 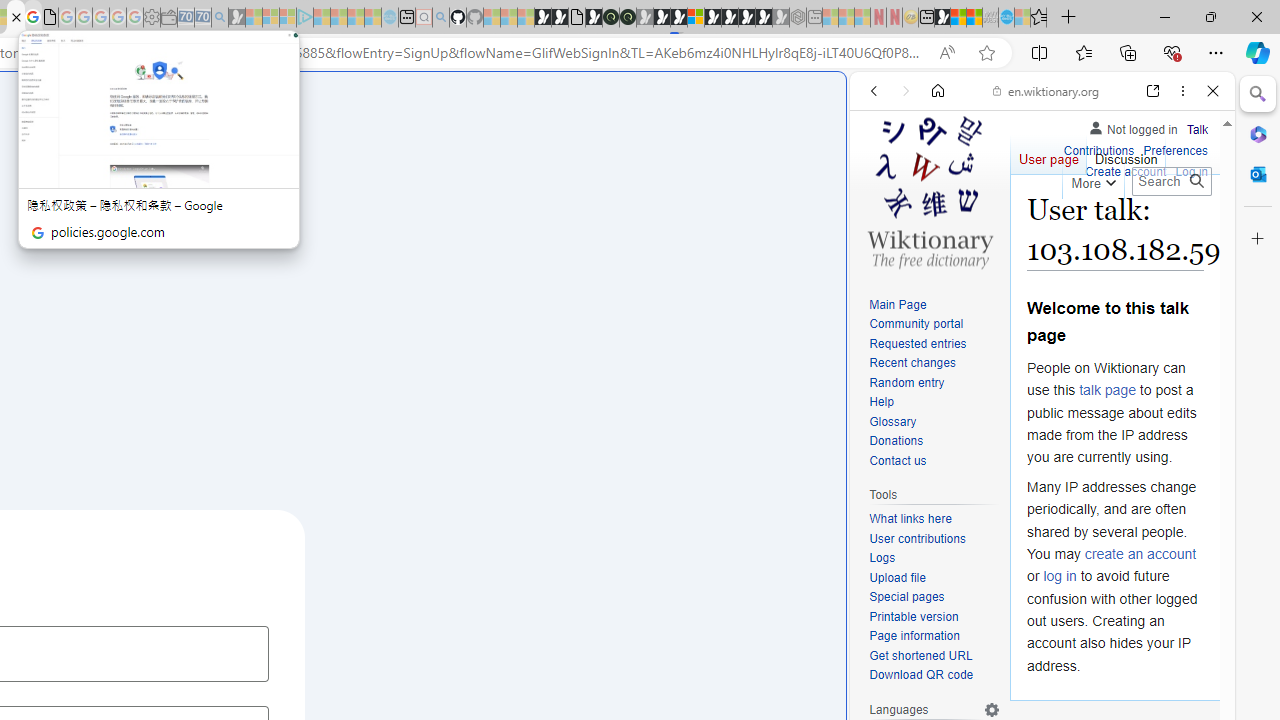 What do you see at coordinates (934, 596) in the screenshot?
I see `'Special pages'` at bounding box center [934, 596].